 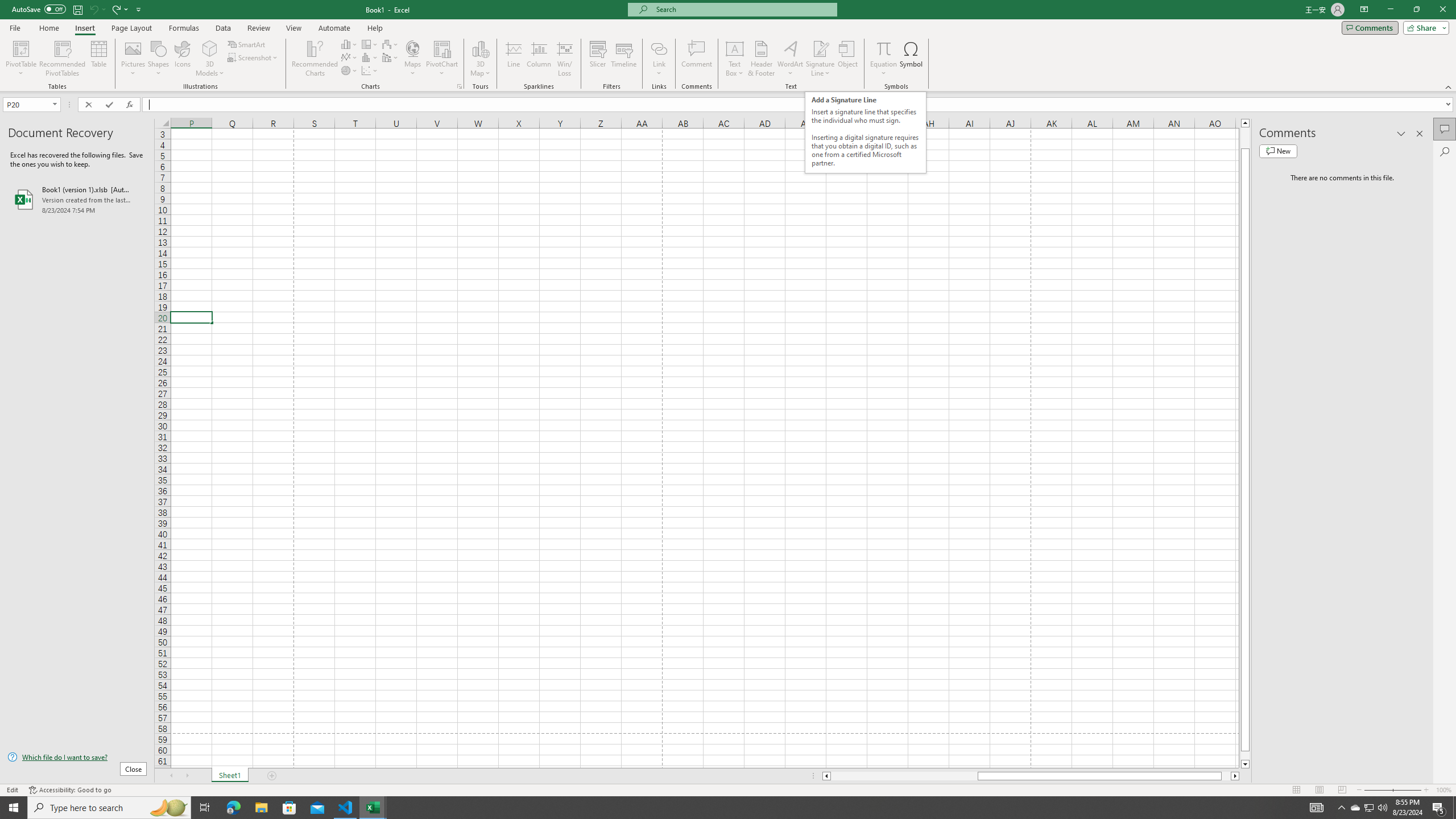 I want to click on 'Equation', so click(x=883, y=59).